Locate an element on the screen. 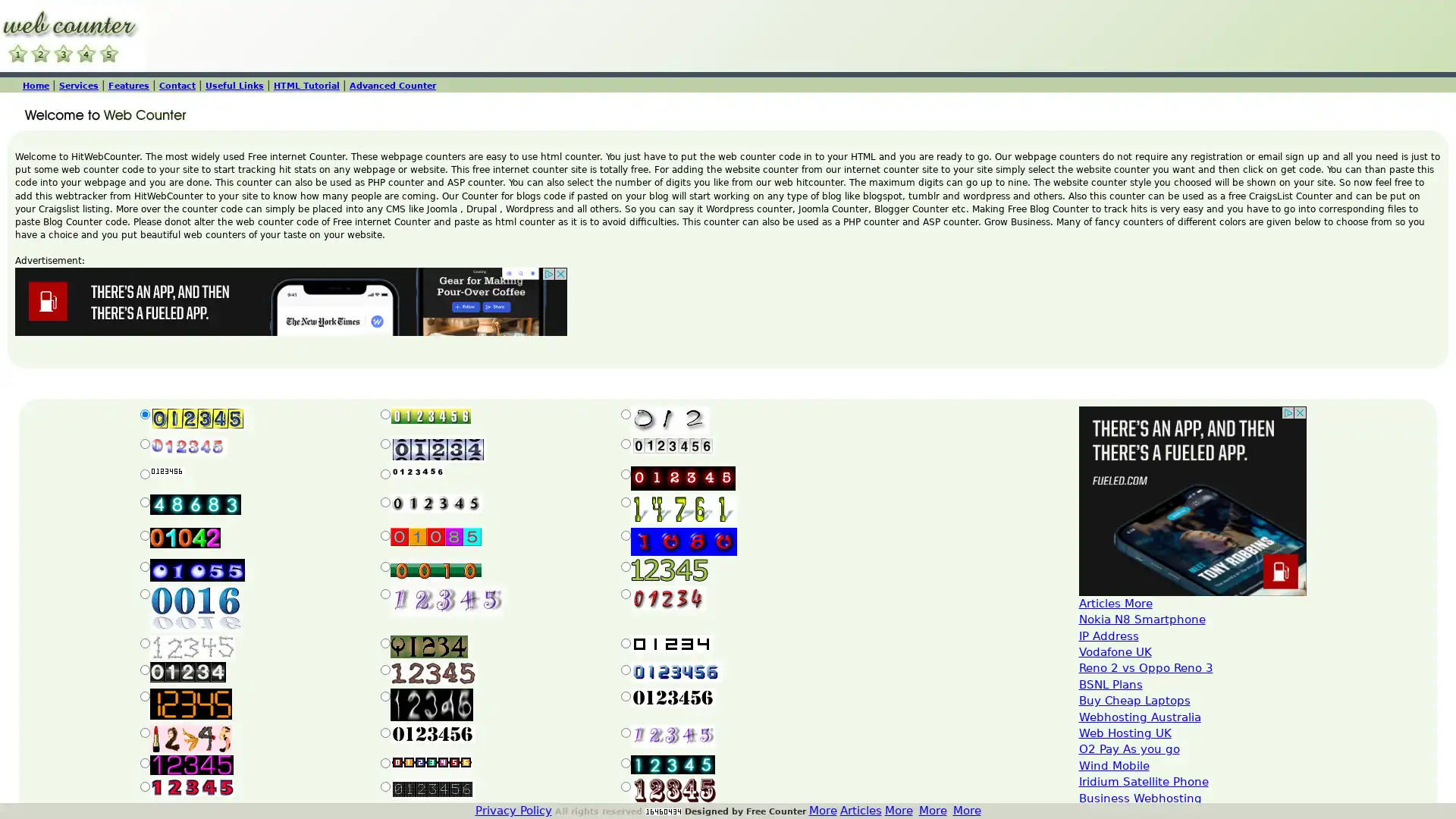 Image resolution: width=1456 pixels, height=819 pixels. Submit is located at coordinates (668, 419).